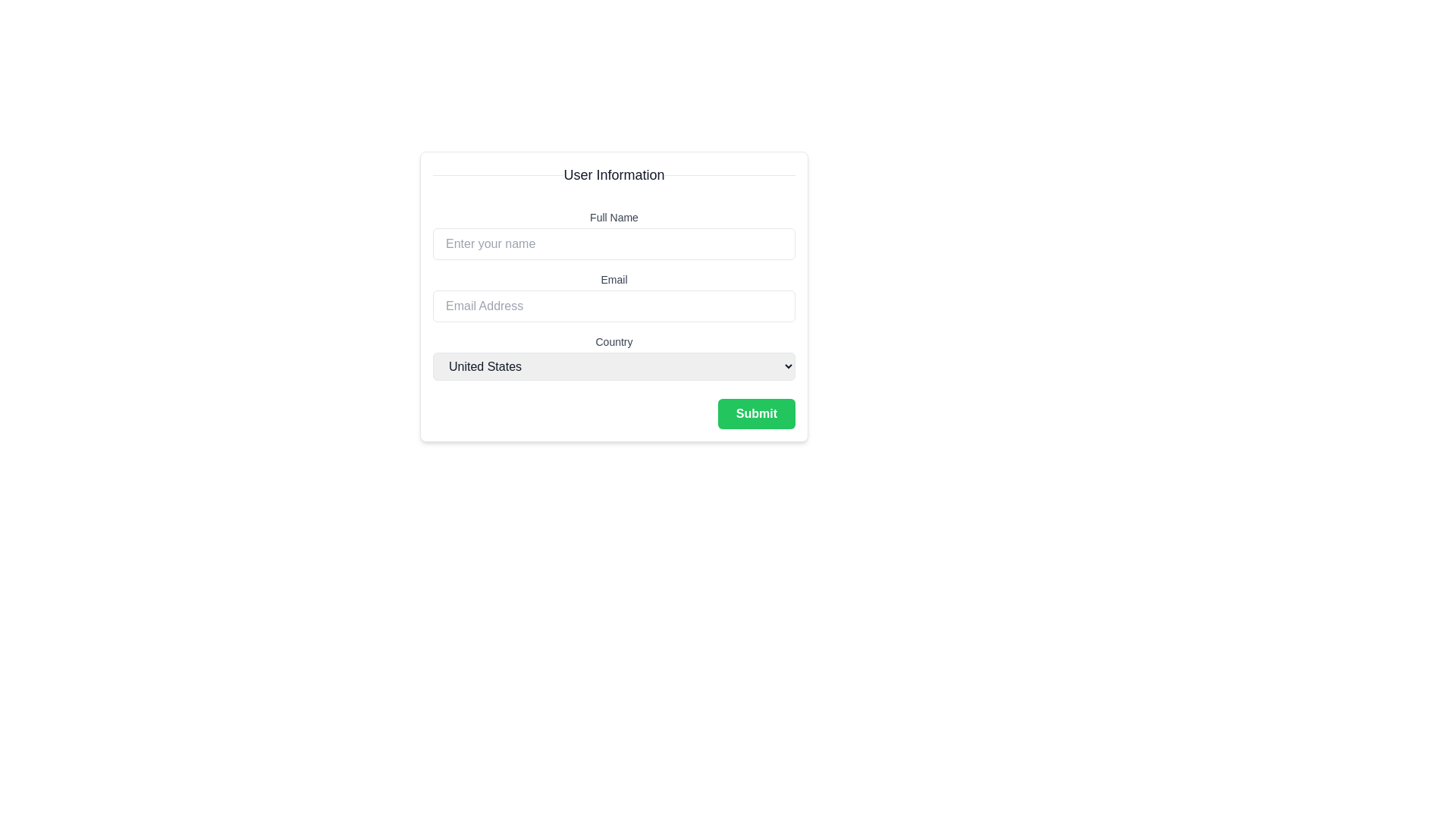 This screenshot has width=1456, height=819. What do you see at coordinates (614, 366) in the screenshot?
I see `the dropdown menu labeled 'Country'` at bounding box center [614, 366].